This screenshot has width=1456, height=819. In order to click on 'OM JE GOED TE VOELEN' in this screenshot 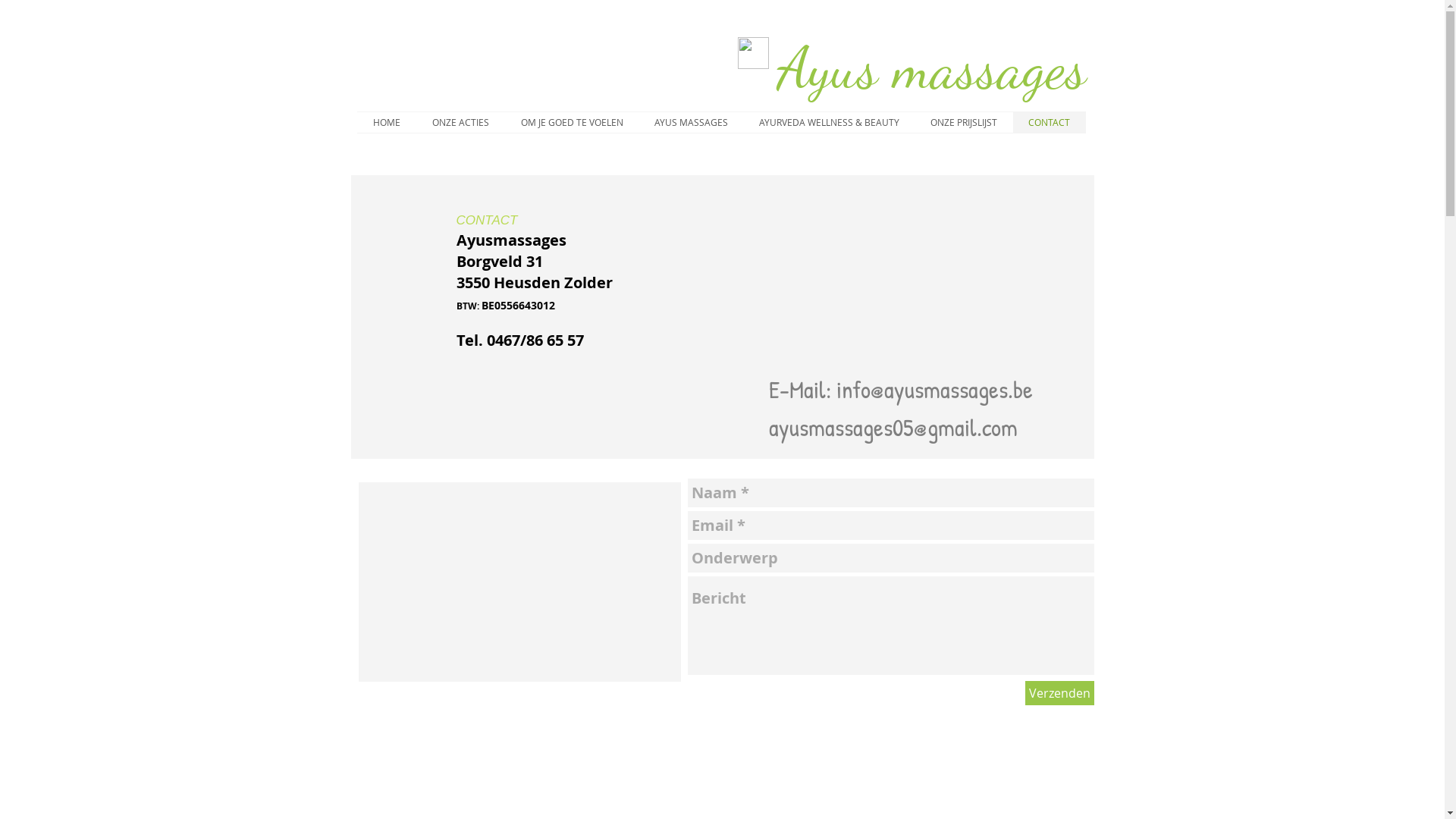, I will do `click(571, 121)`.